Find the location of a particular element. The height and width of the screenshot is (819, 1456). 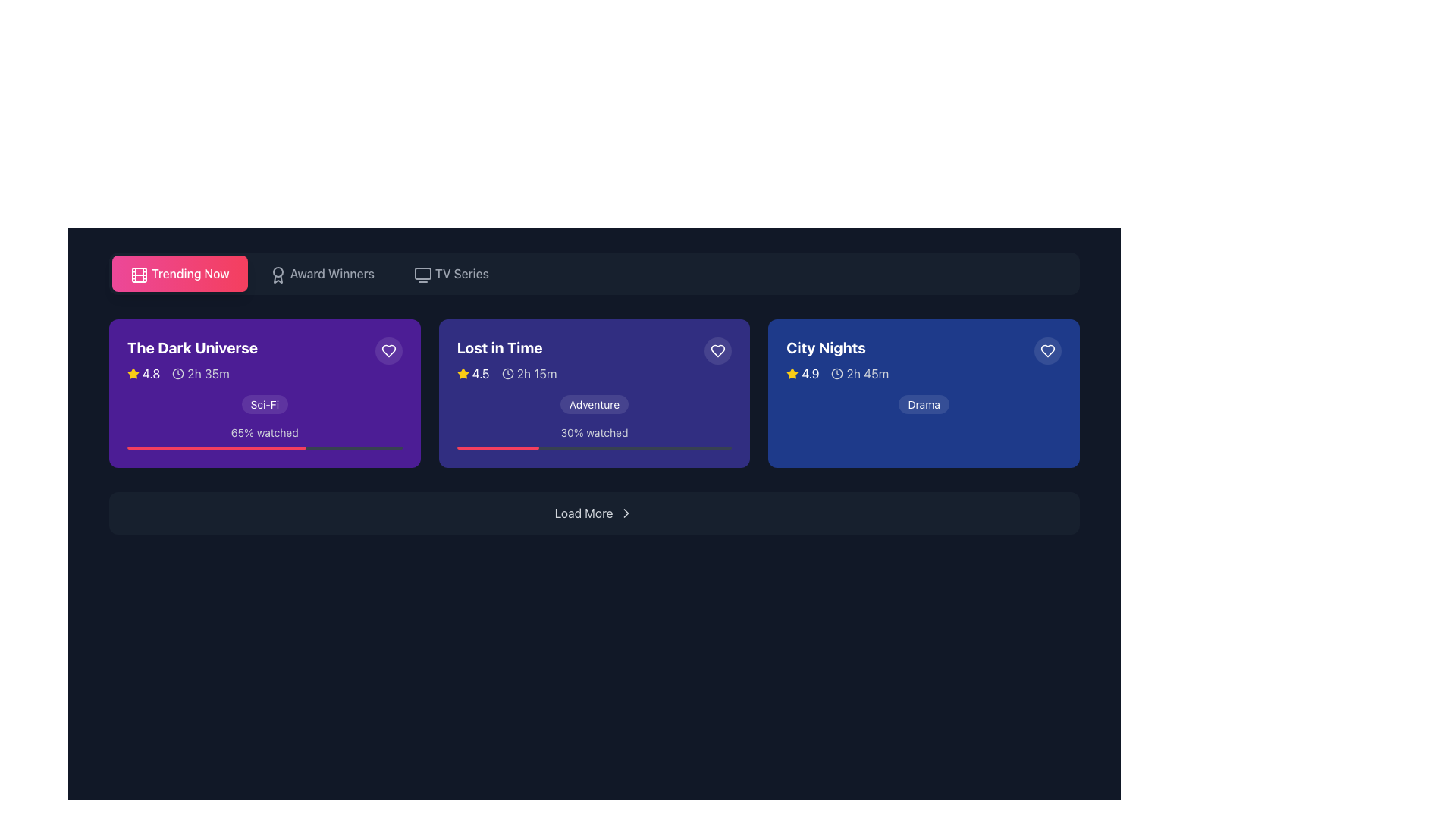

the television icon located in the 'TV Series' section of the top navigation bar to trigger a tooltip or visual state change is located at coordinates (422, 275).